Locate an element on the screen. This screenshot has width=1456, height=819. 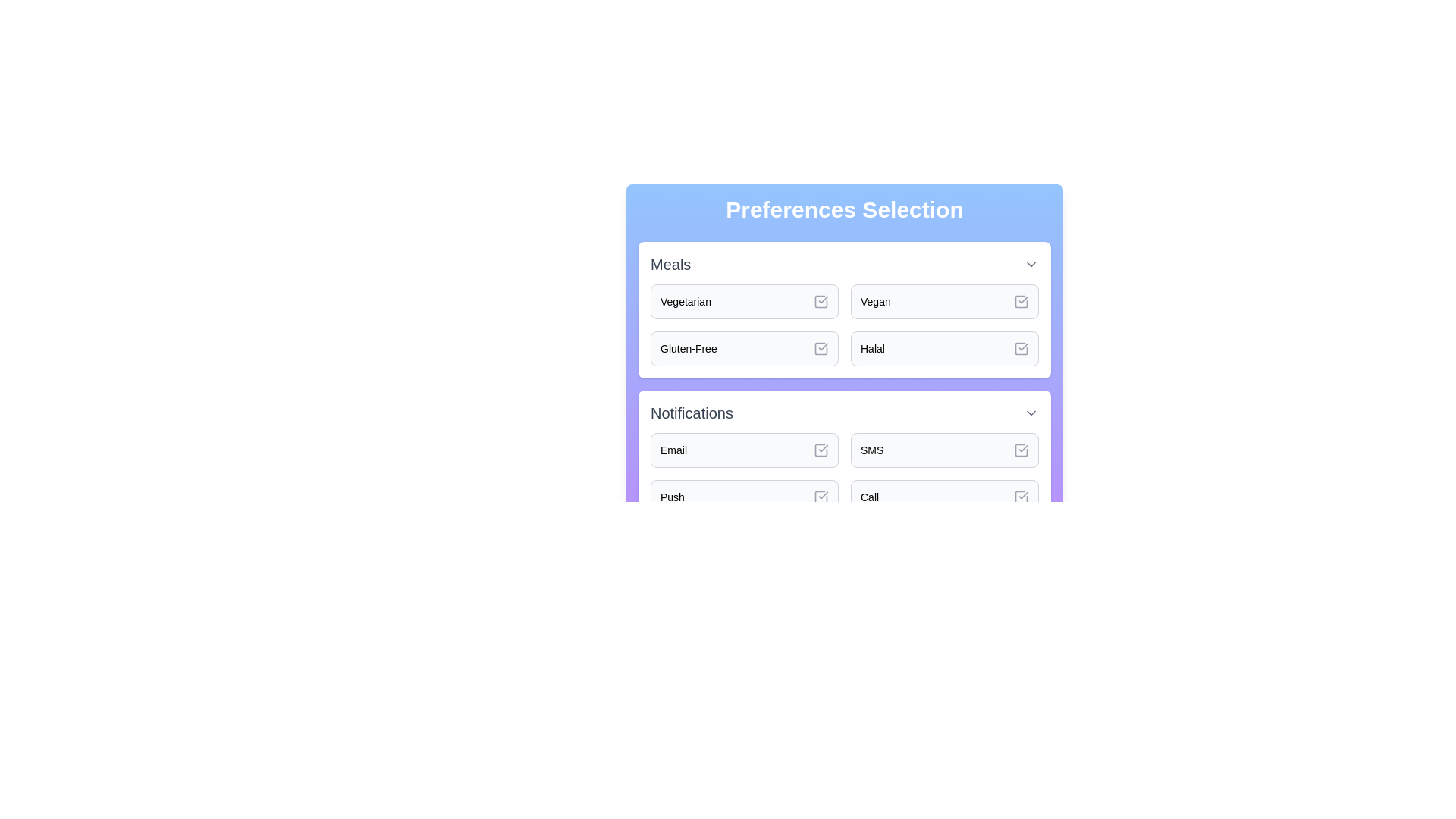
the checkbox icon with a checkmark inside, located to the right of the 'Push' label in the 'Notifications' section of the preferences selection panel is located at coordinates (821, 497).